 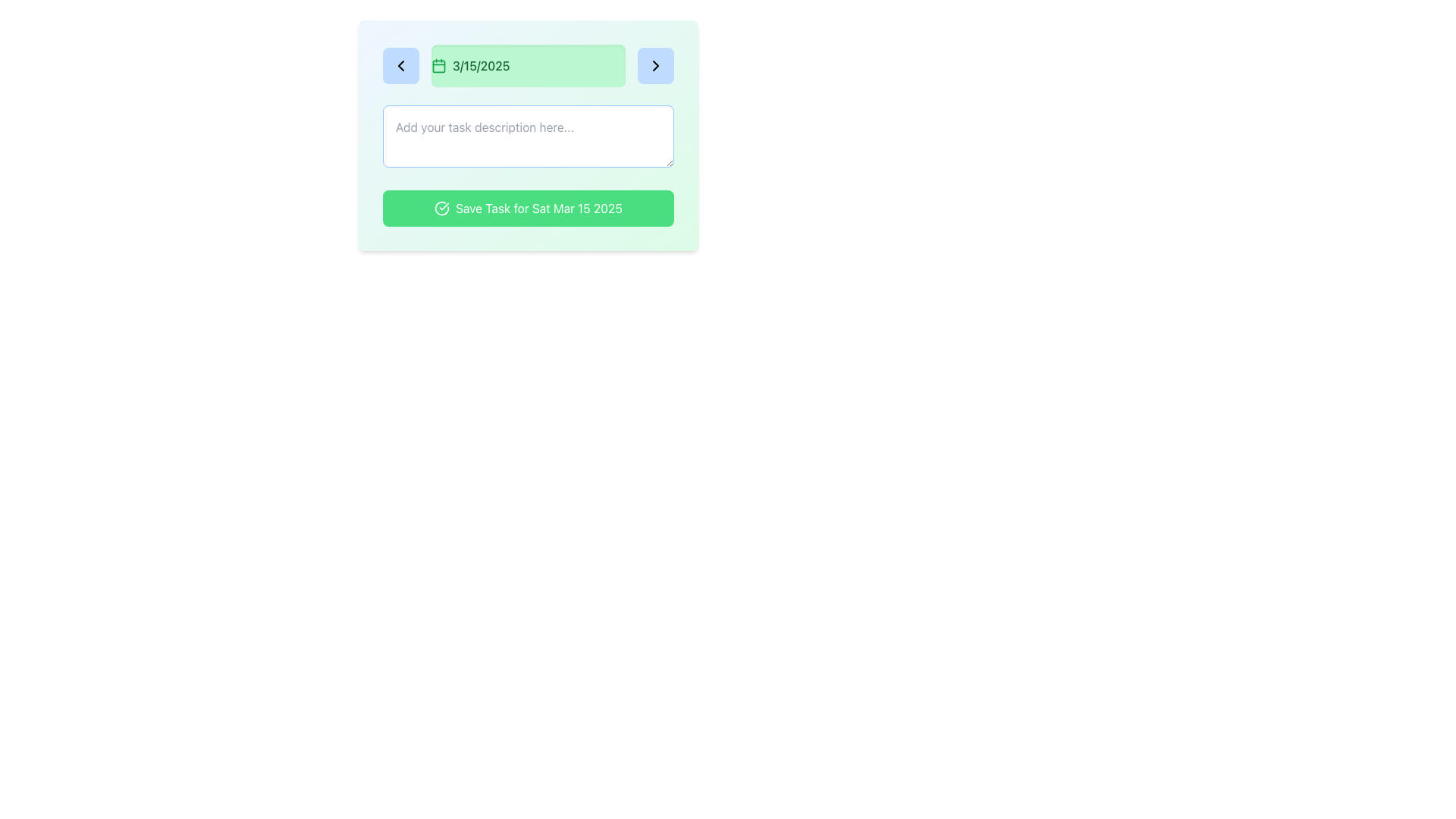 I want to click on text label displaying 'Save Task for Sat Mar 15 2025' located within the button that has a green background and white font color, so click(x=538, y=208).